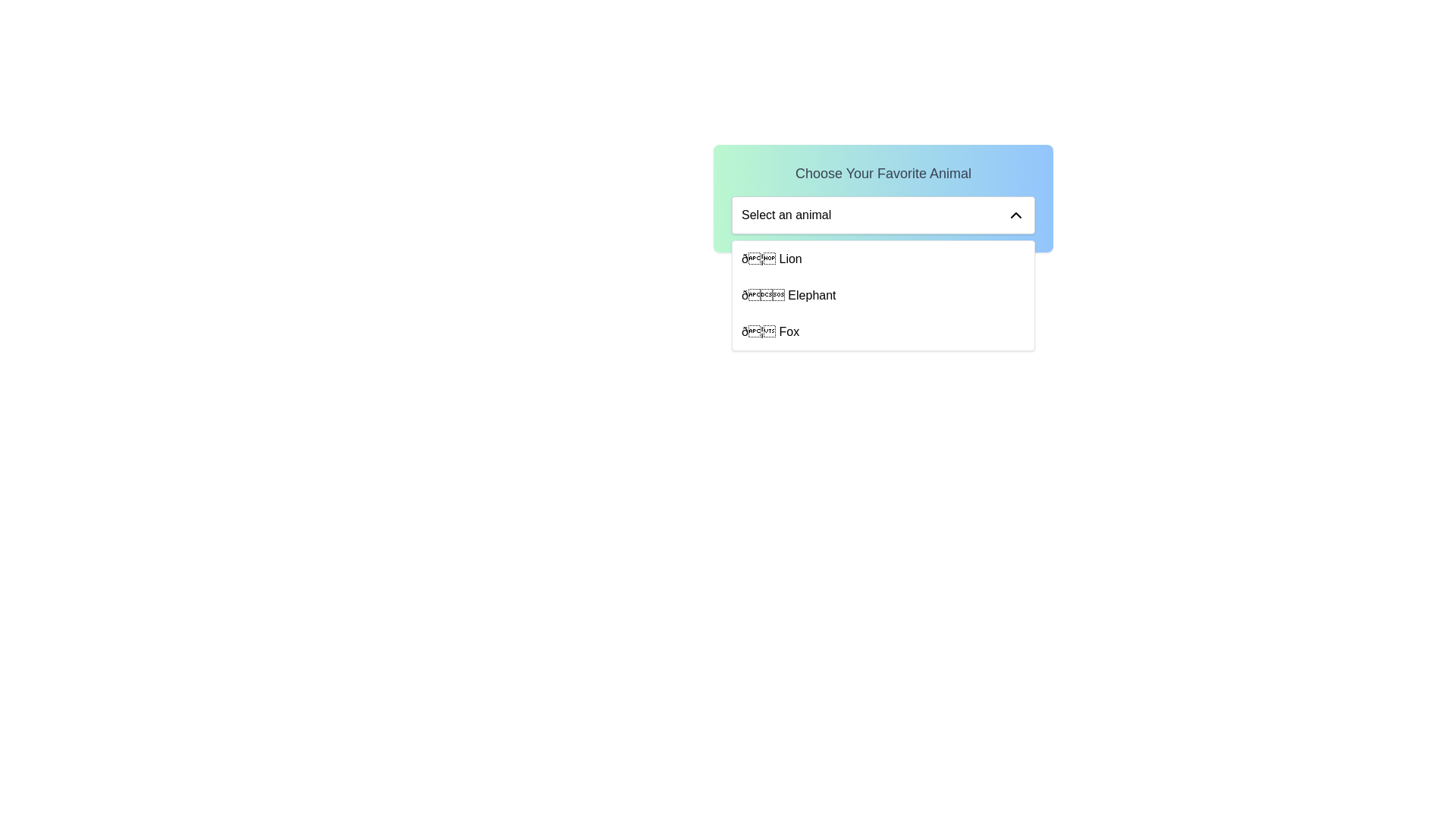 This screenshot has width=1456, height=819. Describe the element at coordinates (883, 331) in the screenshot. I see `the 'Fox' dropdown menu item, which is styled with padding and features a fox emoji followed by the word 'Fox'. It is the third option in the dropdown list and is positioned directly below the 'Elephant' option` at that location.